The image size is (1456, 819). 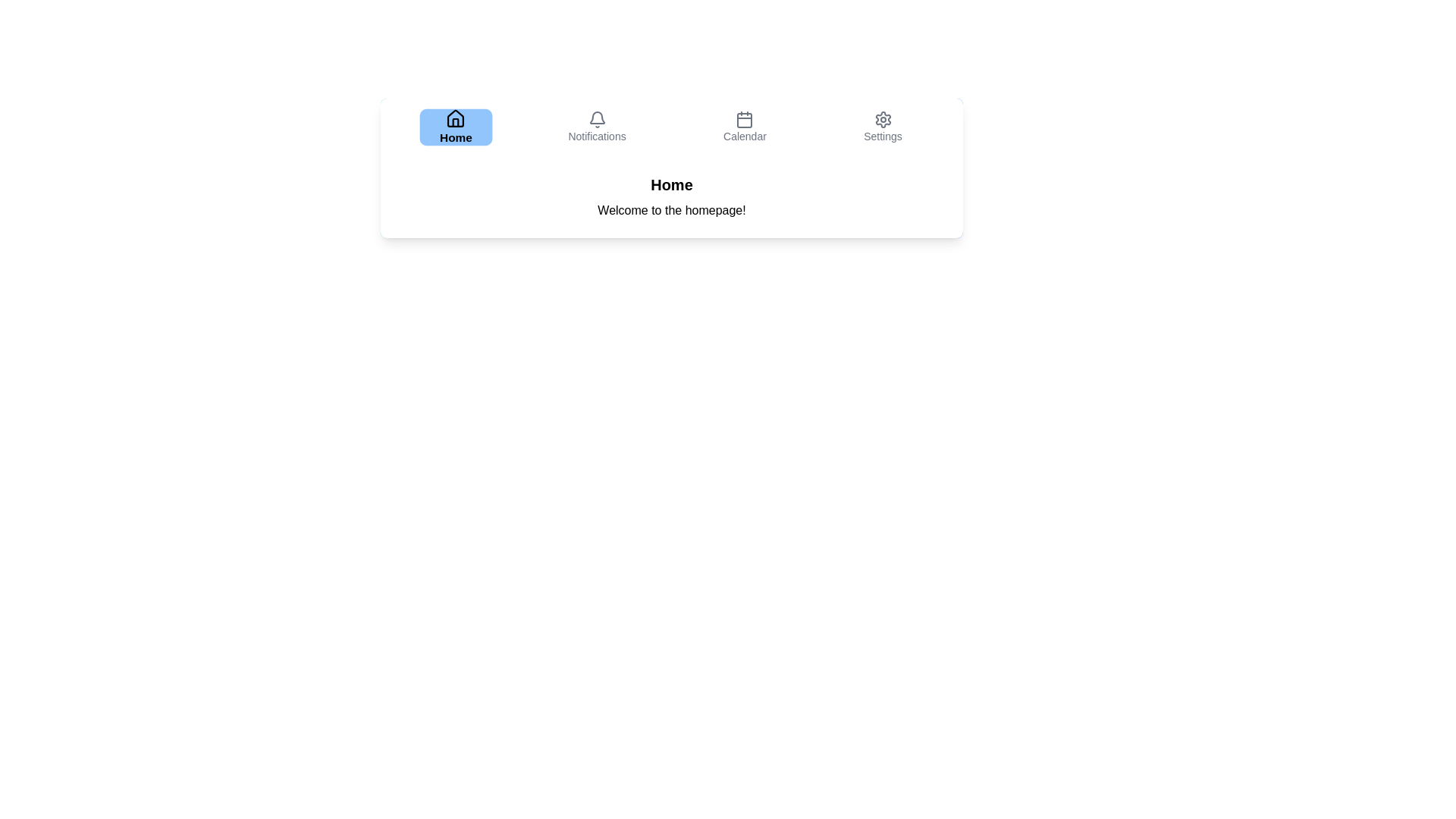 What do you see at coordinates (745, 136) in the screenshot?
I see `the text label that describes the calendar feature located centrally beneath the calendar icon, positioned between 'Notifications' and 'Settings'` at bounding box center [745, 136].